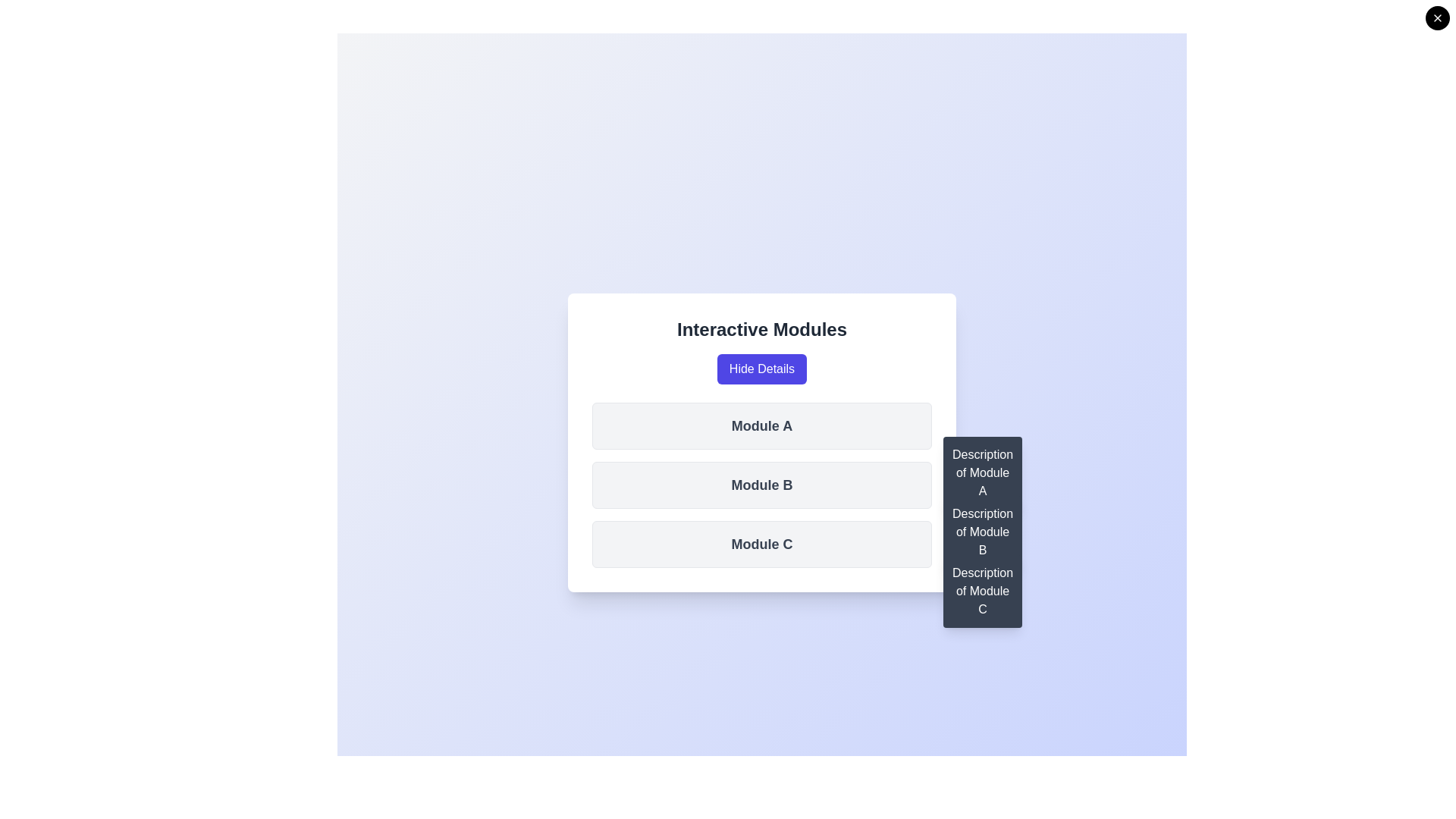 Image resolution: width=1456 pixels, height=819 pixels. Describe the element at coordinates (761, 442) in the screenshot. I see `the clickable section for 'Module A,' which is the first module in the vertical list located beneath the 'Hide Details' button and above 'Module B.'` at that location.